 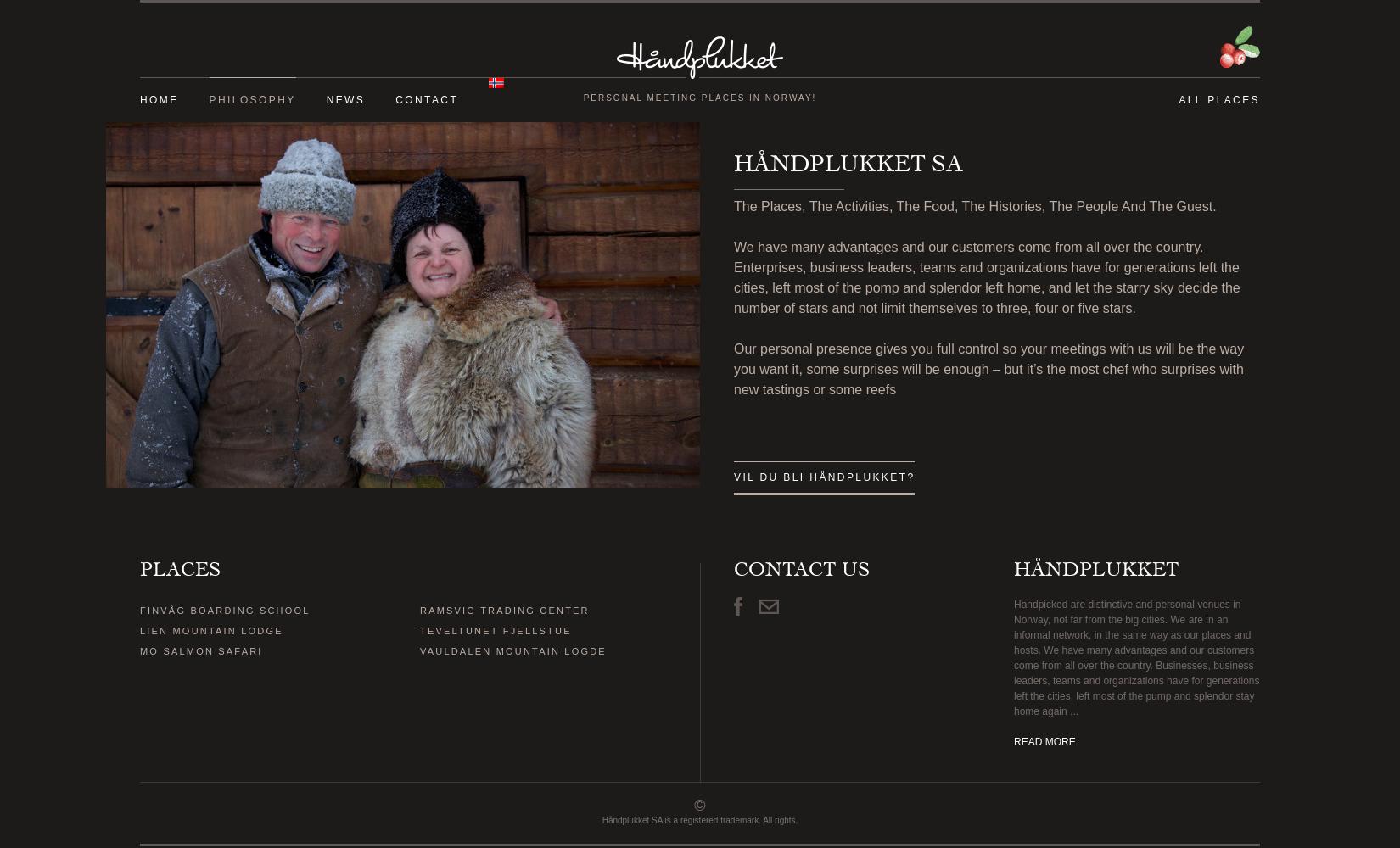 What do you see at coordinates (975, 205) in the screenshot?
I see `'The Places, The Activities, The Food, The Histories, The People And The Guest.'` at bounding box center [975, 205].